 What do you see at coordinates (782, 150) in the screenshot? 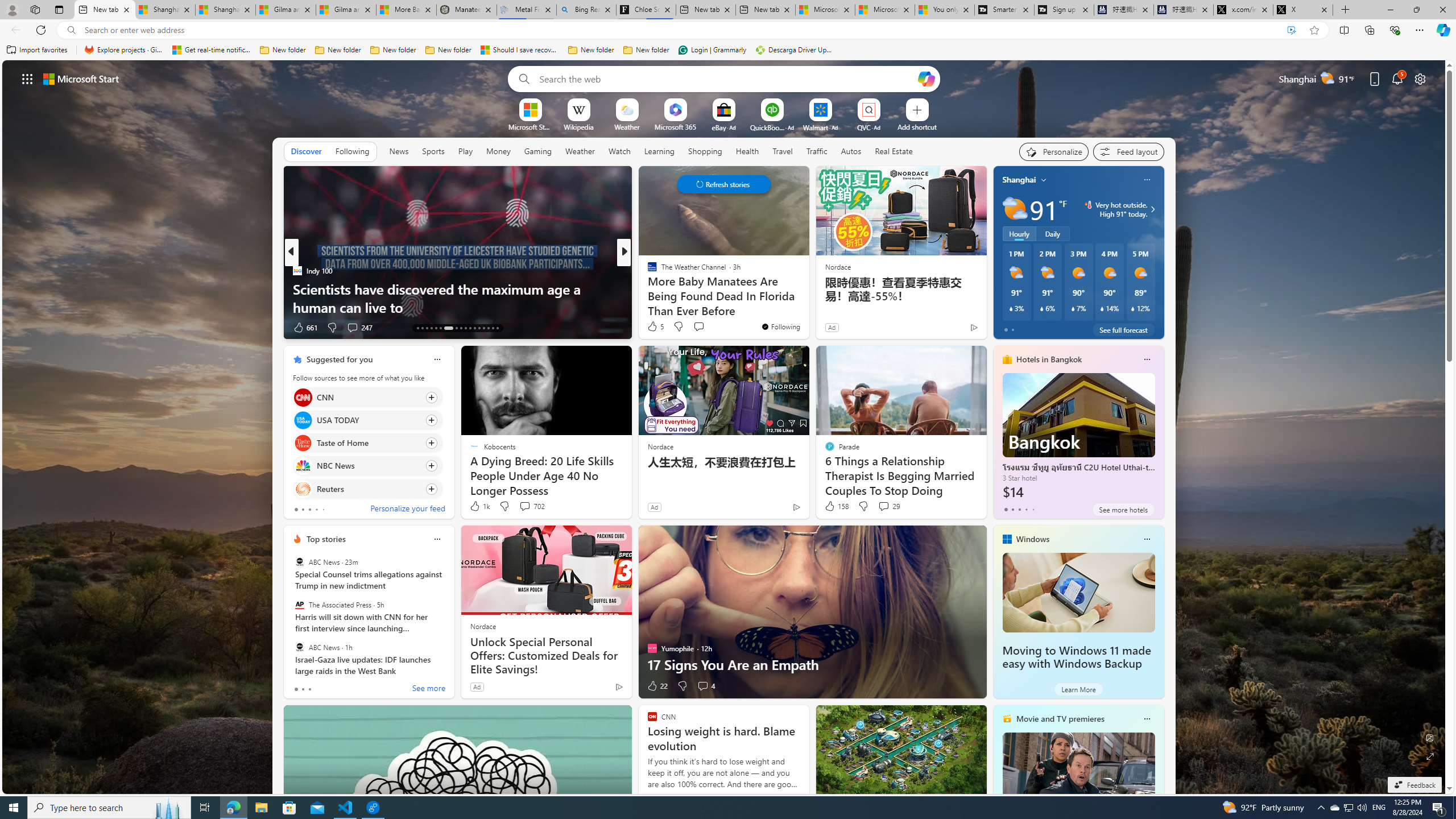
I see `'Travel'` at bounding box center [782, 150].